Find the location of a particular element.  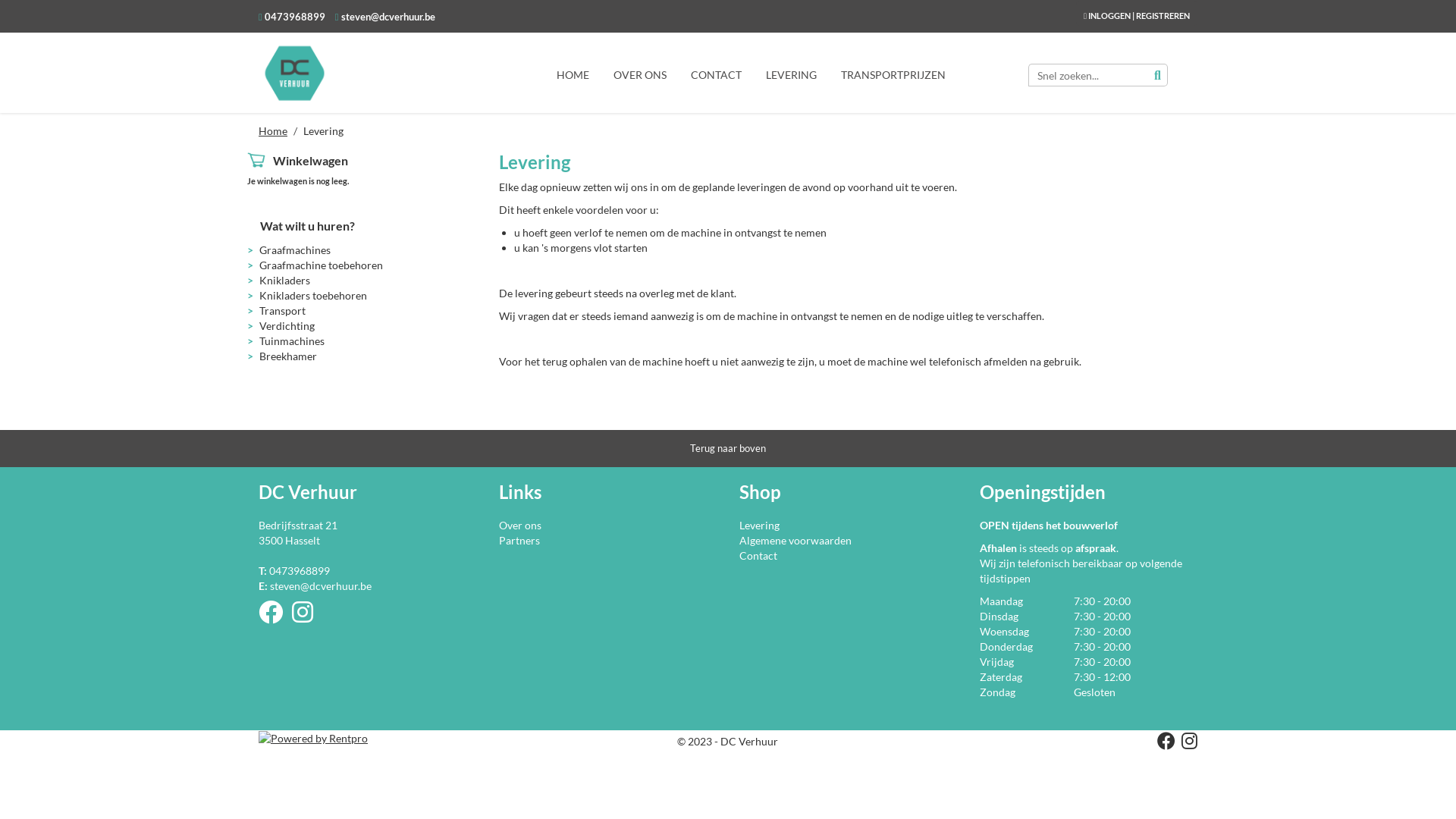

'Knikladers' is located at coordinates (284, 280).